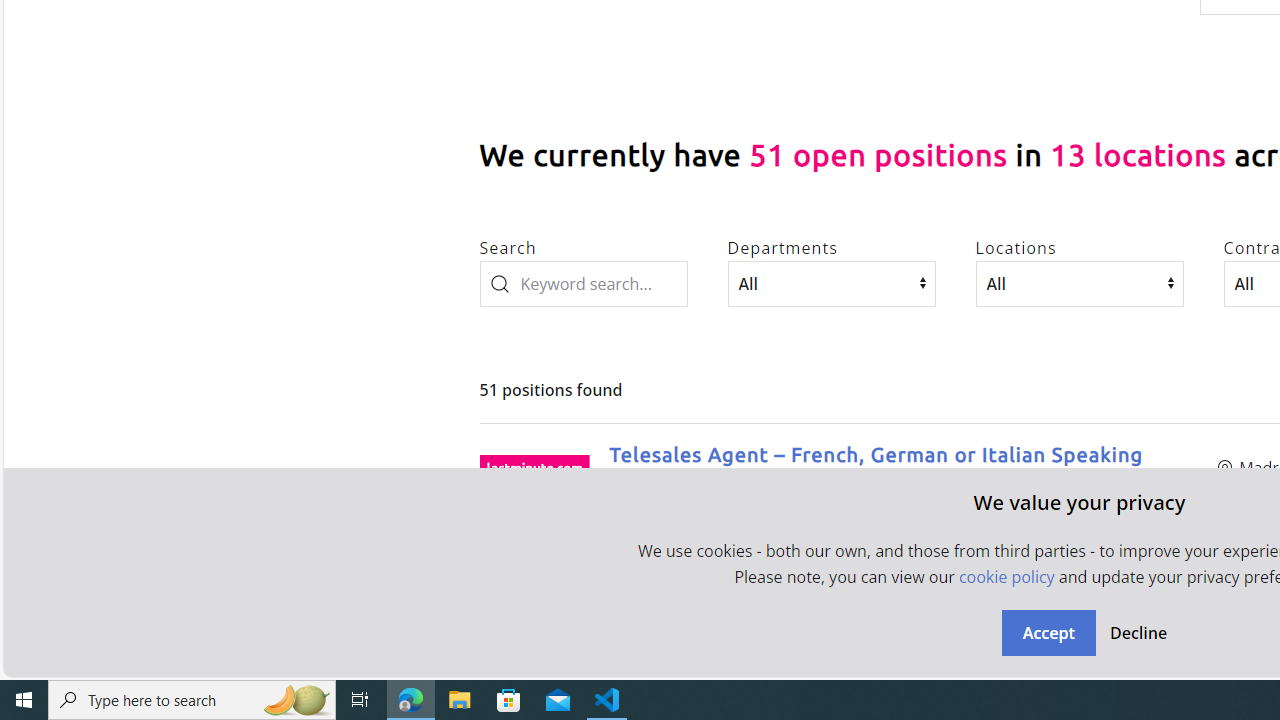 The height and width of the screenshot is (720, 1280). I want to click on 'cookie policy', so click(1006, 577).